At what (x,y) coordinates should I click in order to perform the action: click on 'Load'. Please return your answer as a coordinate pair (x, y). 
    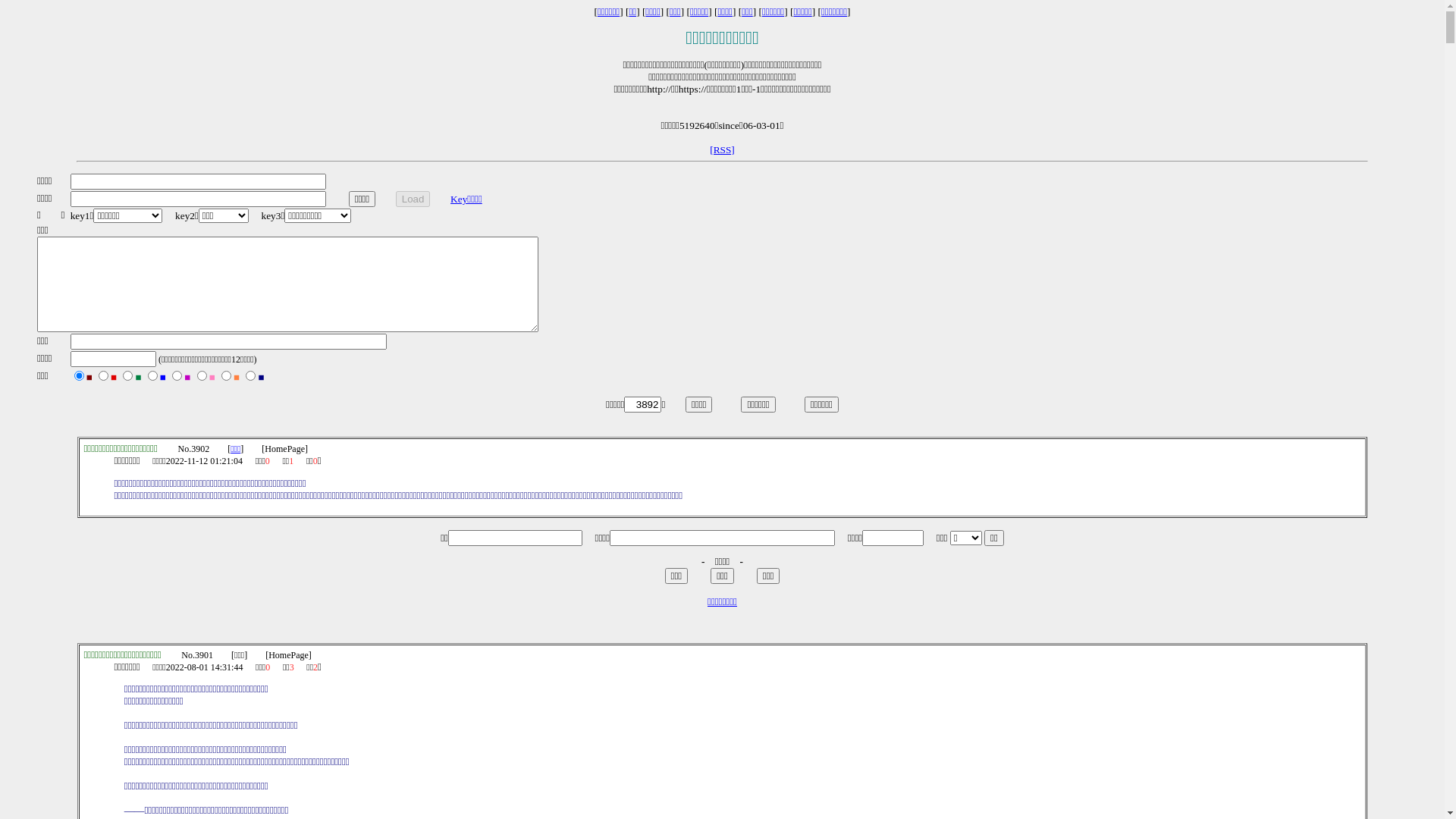
    Looking at the image, I should click on (396, 198).